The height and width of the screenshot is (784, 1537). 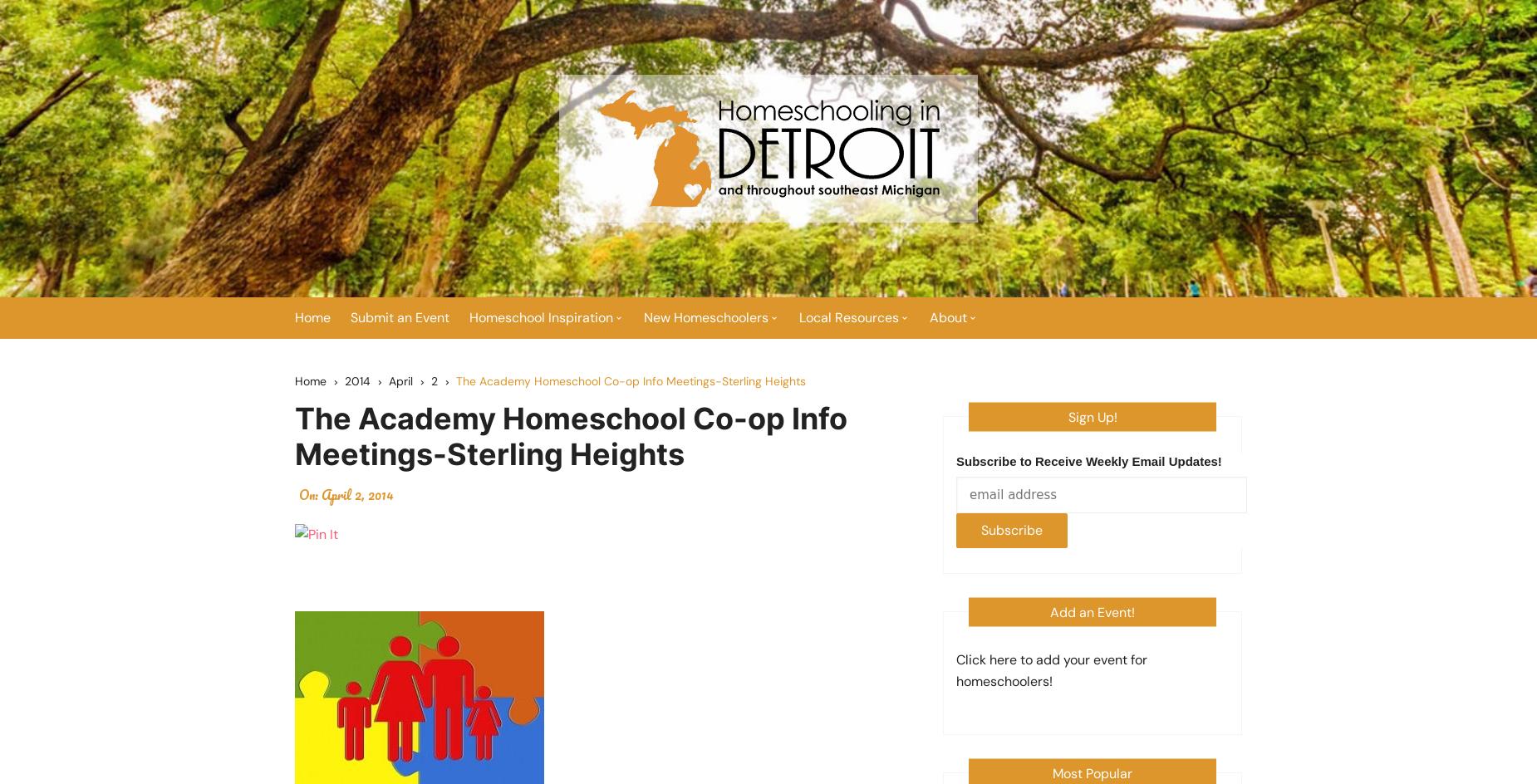 I want to click on 'Local Resources', so click(x=798, y=317).